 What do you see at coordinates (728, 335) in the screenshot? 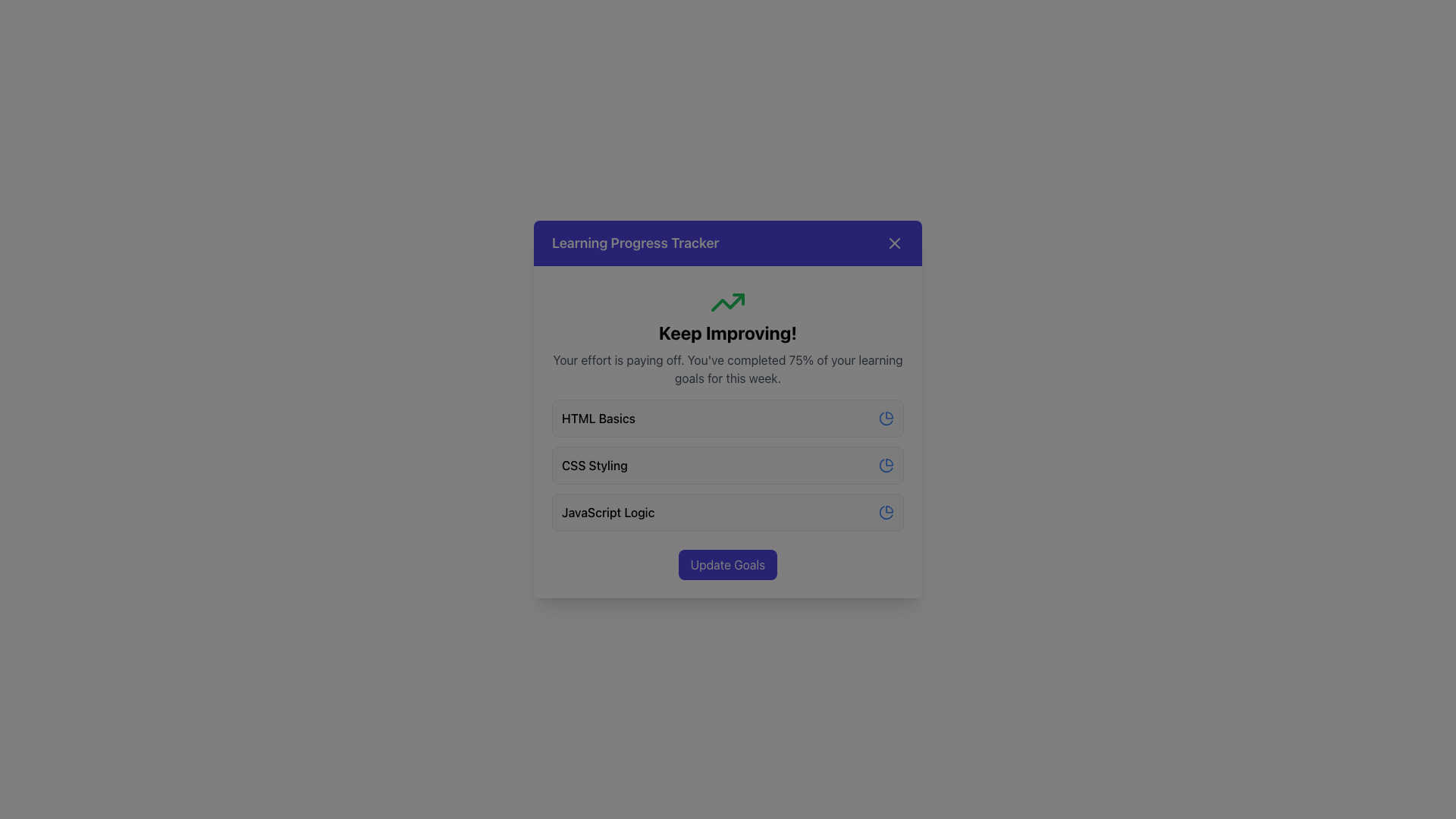
I see `the Informational Display that shows bold text 'Keep Improving!' and a green trending up icon, indicating user progress at 75% towards learning goals` at bounding box center [728, 335].